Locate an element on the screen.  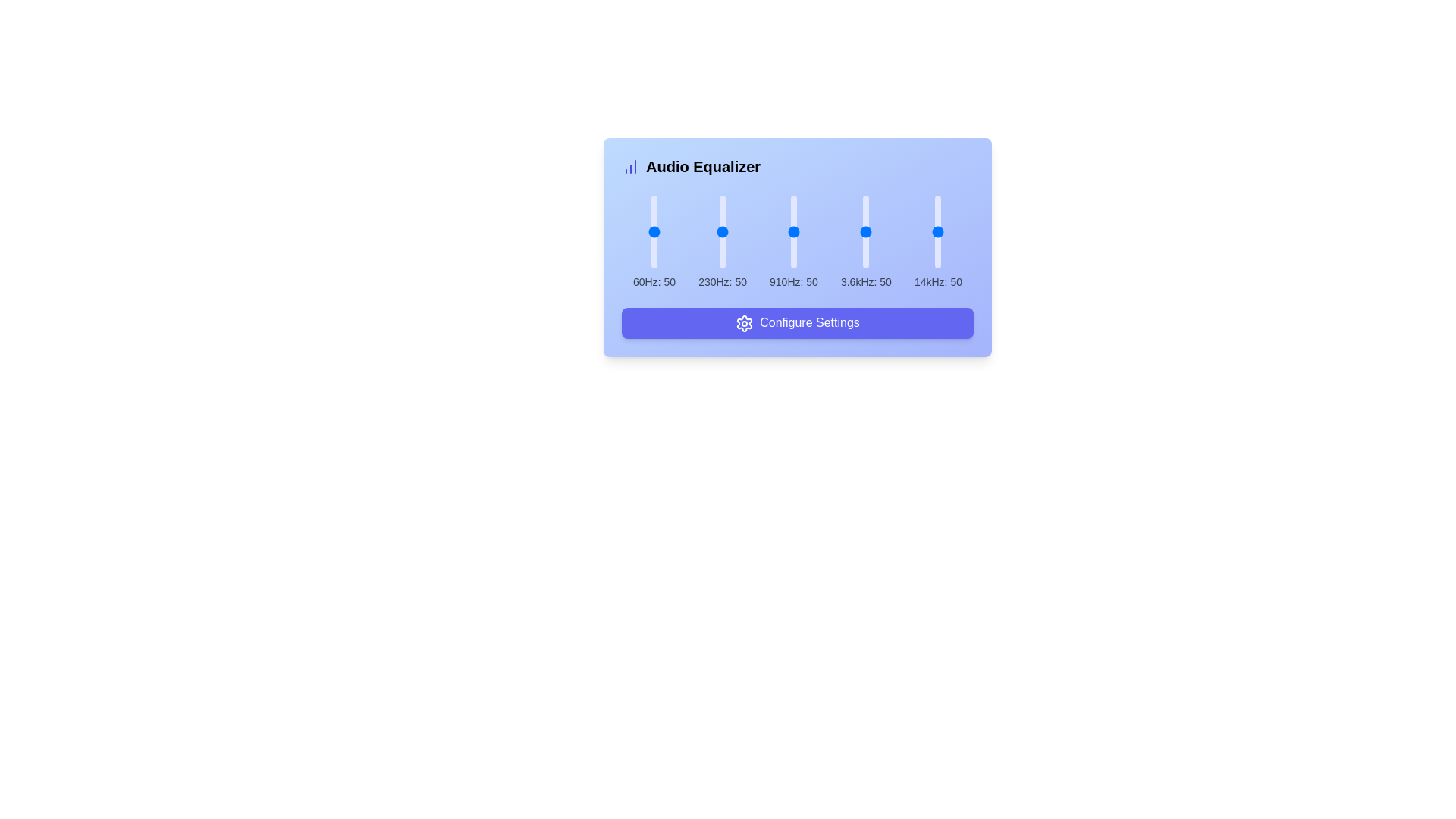
the 230Hz slider value is located at coordinates (722, 249).